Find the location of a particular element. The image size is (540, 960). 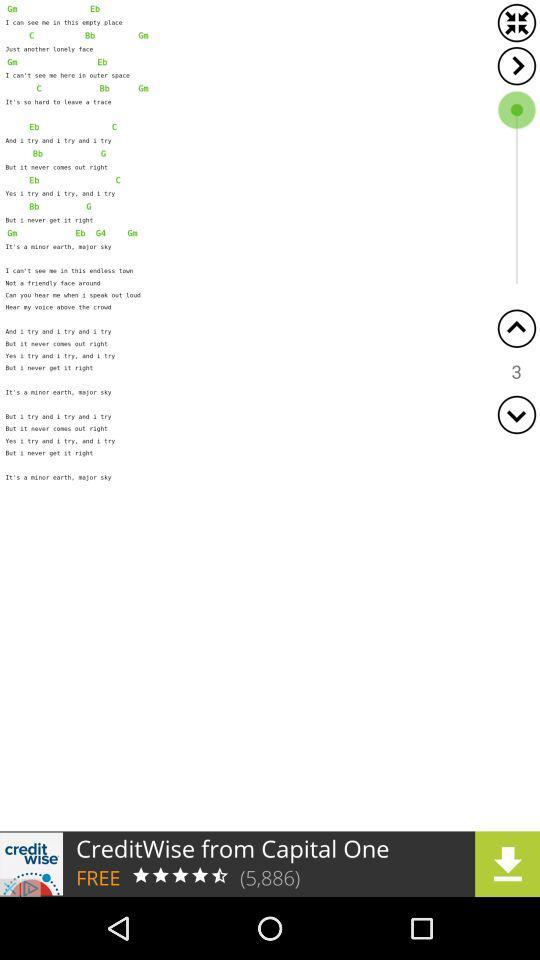

the fullscreen icon is located at coordinates (516, 22).